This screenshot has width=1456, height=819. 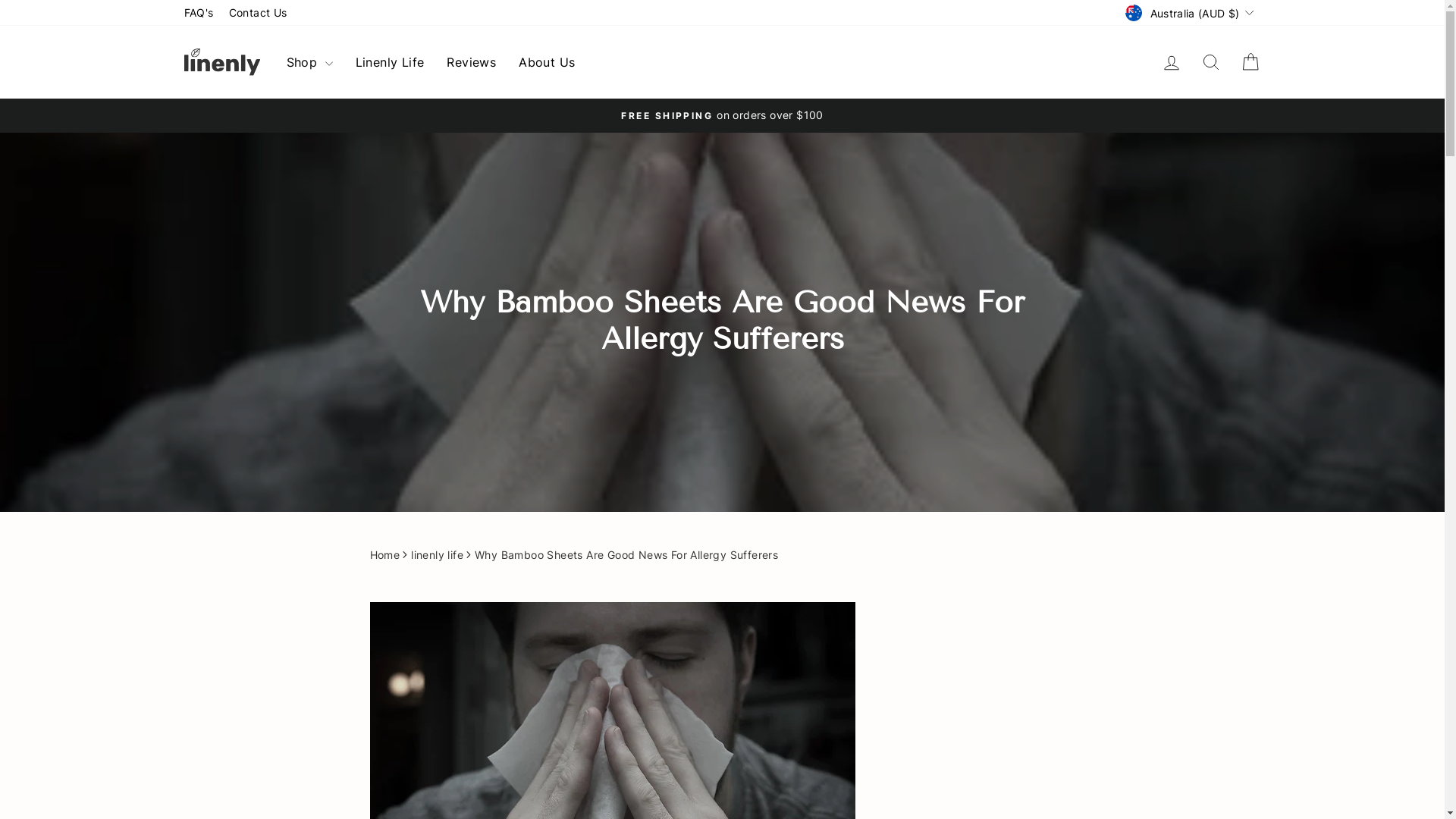 What do you see at coordinates (1249, 61) in the screenshot?
I see `'Cart'` at bounding box center [1249, 61].